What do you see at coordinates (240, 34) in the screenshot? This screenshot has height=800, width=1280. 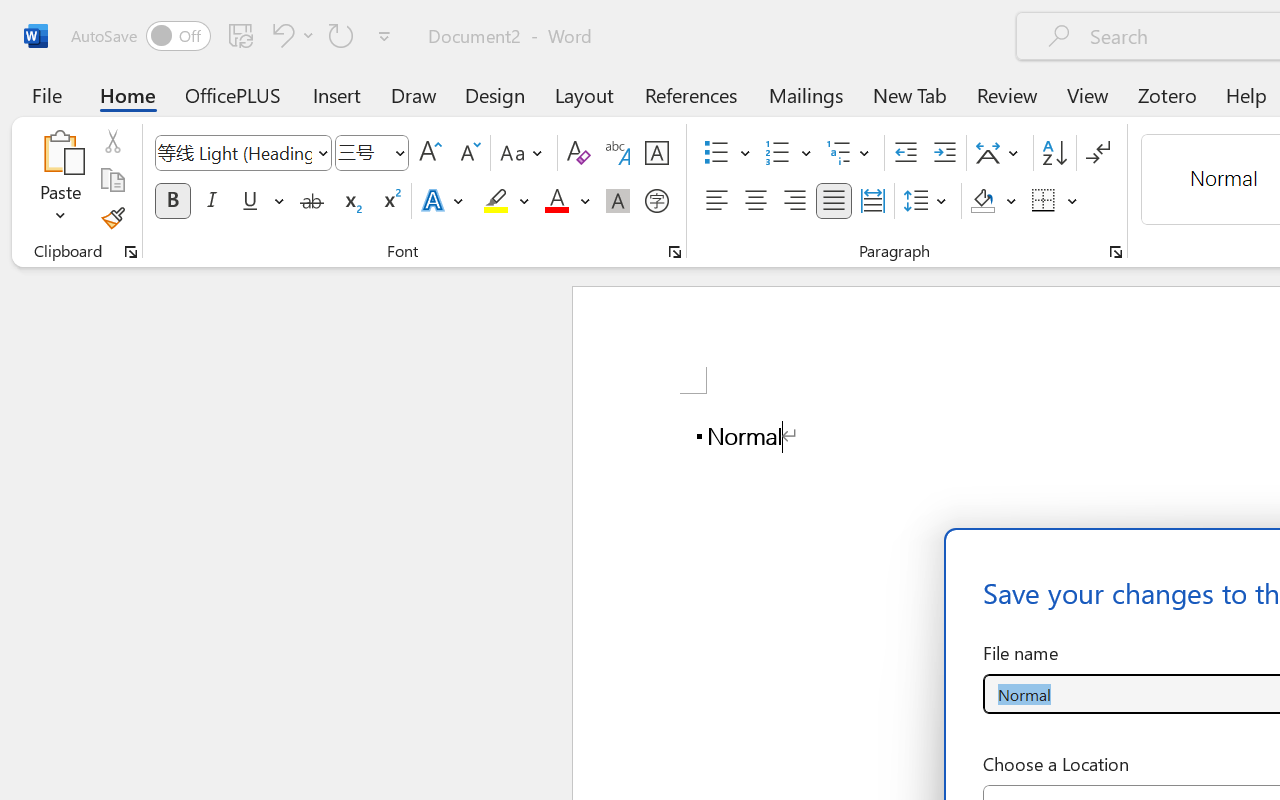 I see `'Save'` at bounding box center [240, 34].